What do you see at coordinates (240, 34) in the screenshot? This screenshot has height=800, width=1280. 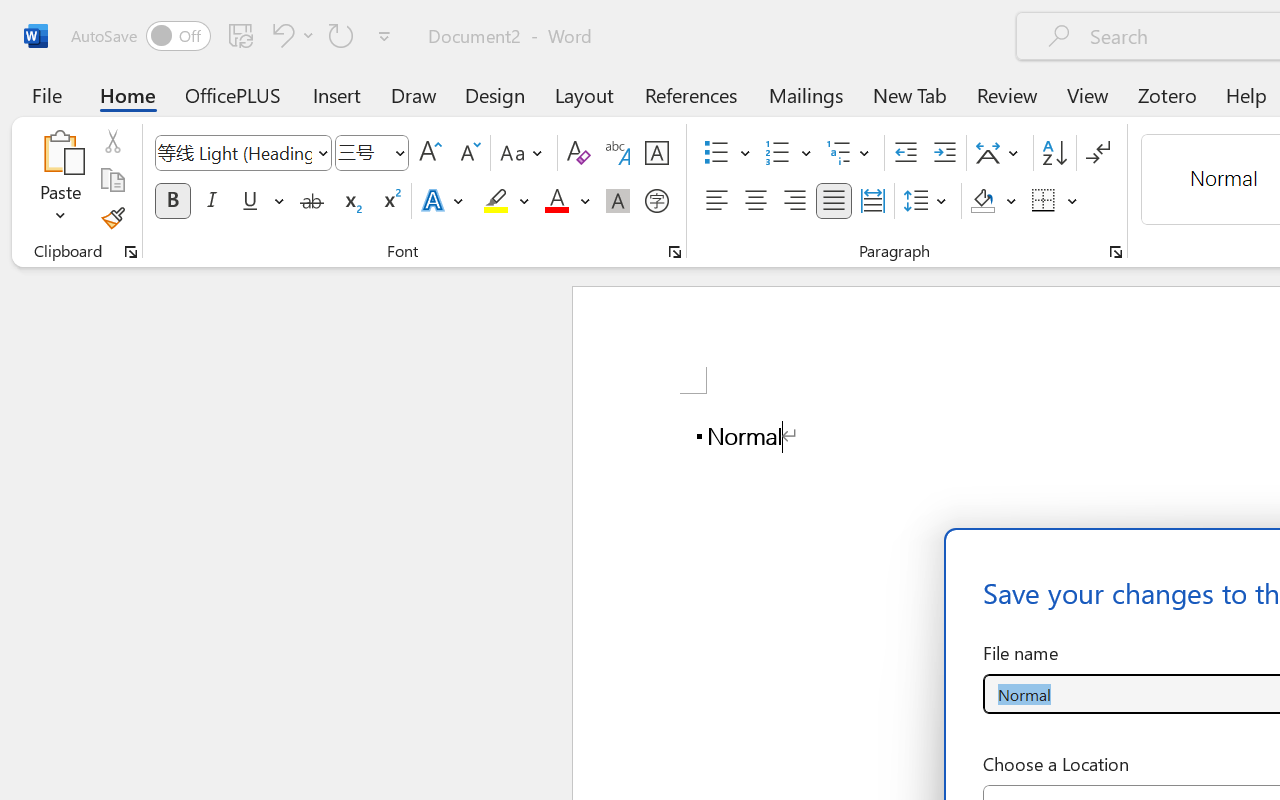 I see `'Save'` at bounding box center [240, 34].